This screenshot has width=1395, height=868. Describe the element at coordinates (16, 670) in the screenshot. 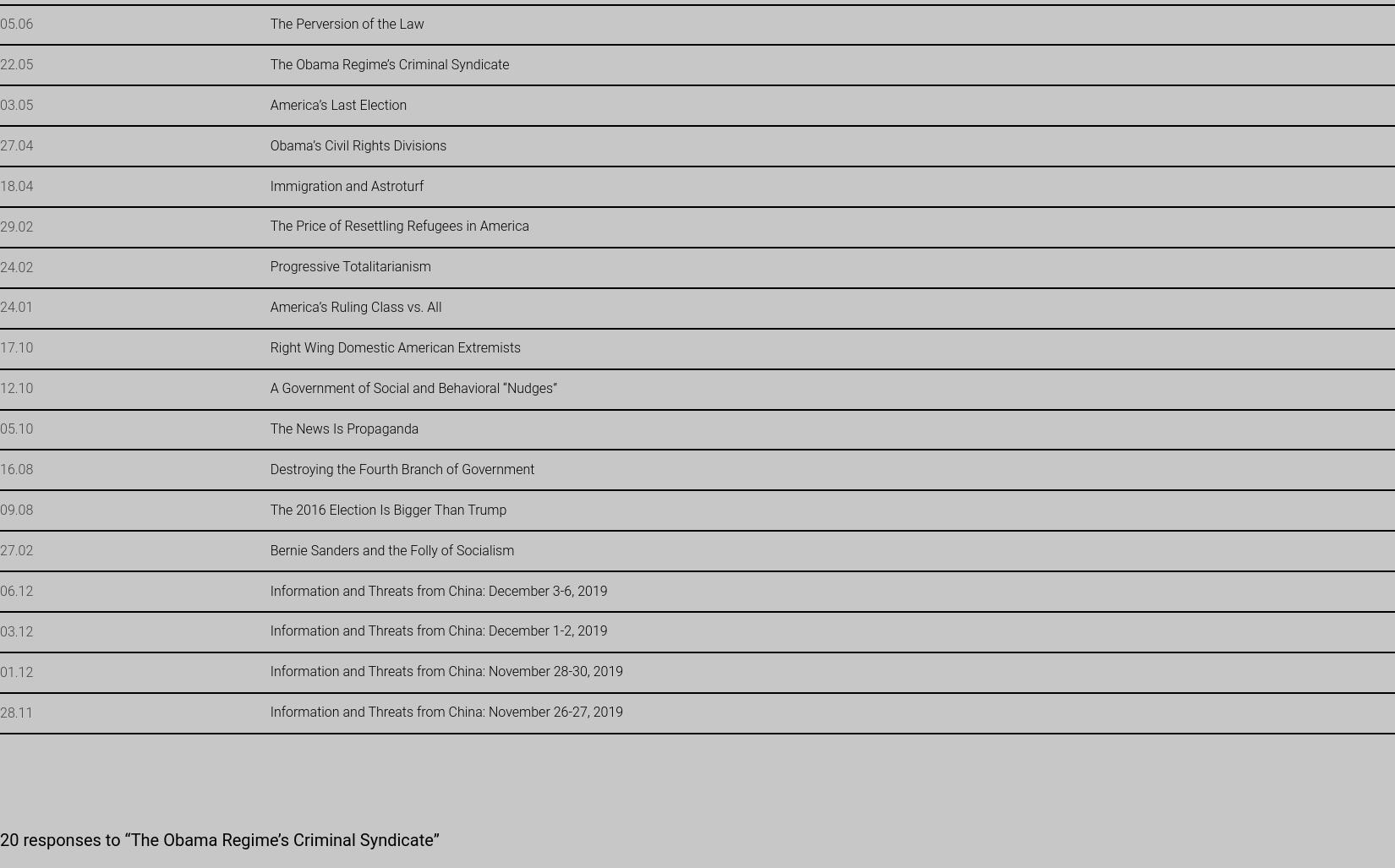

I see `'01.12'` at that location.